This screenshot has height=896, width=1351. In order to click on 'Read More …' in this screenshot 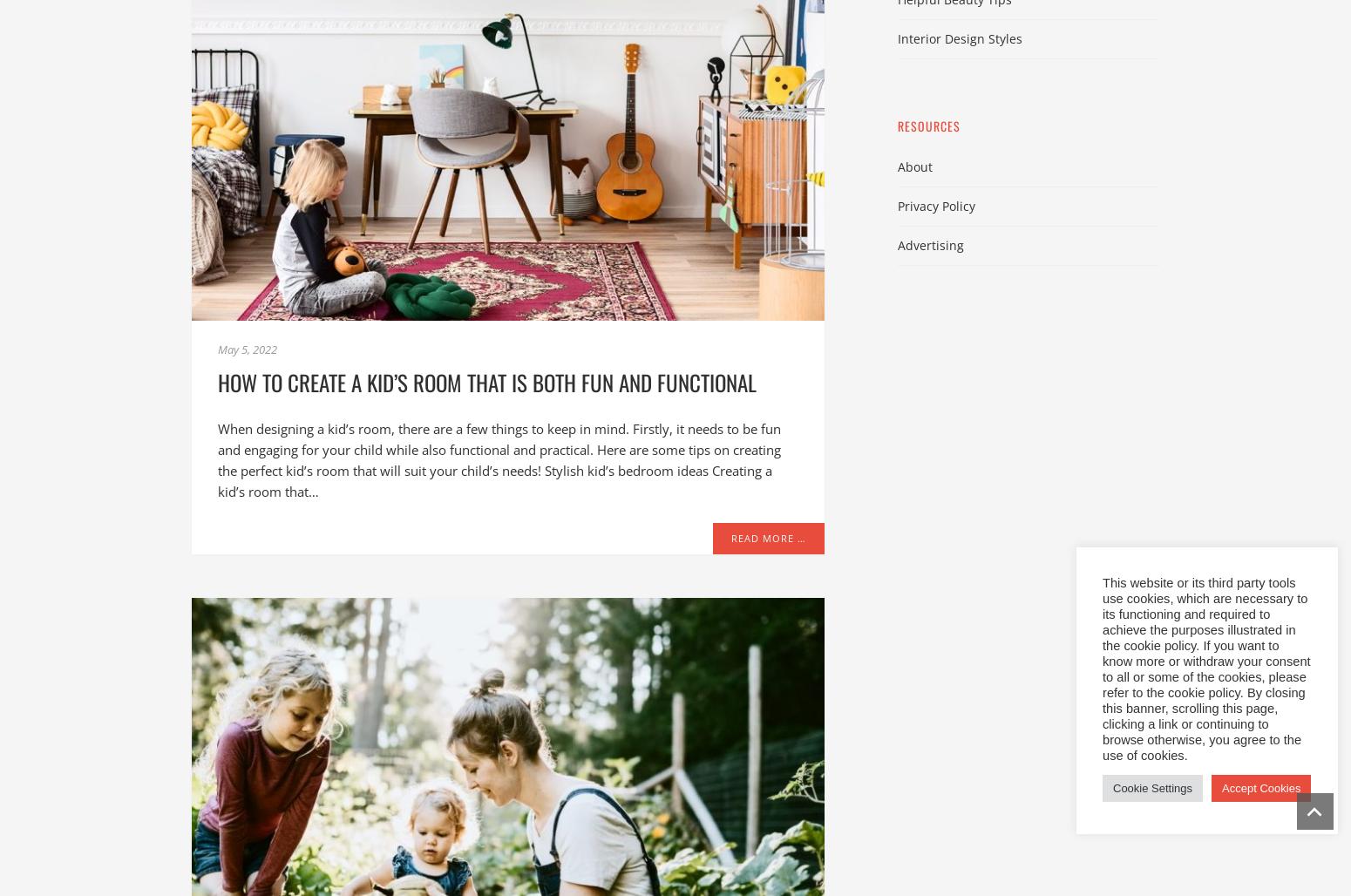, I will do `click(768, 537)`.